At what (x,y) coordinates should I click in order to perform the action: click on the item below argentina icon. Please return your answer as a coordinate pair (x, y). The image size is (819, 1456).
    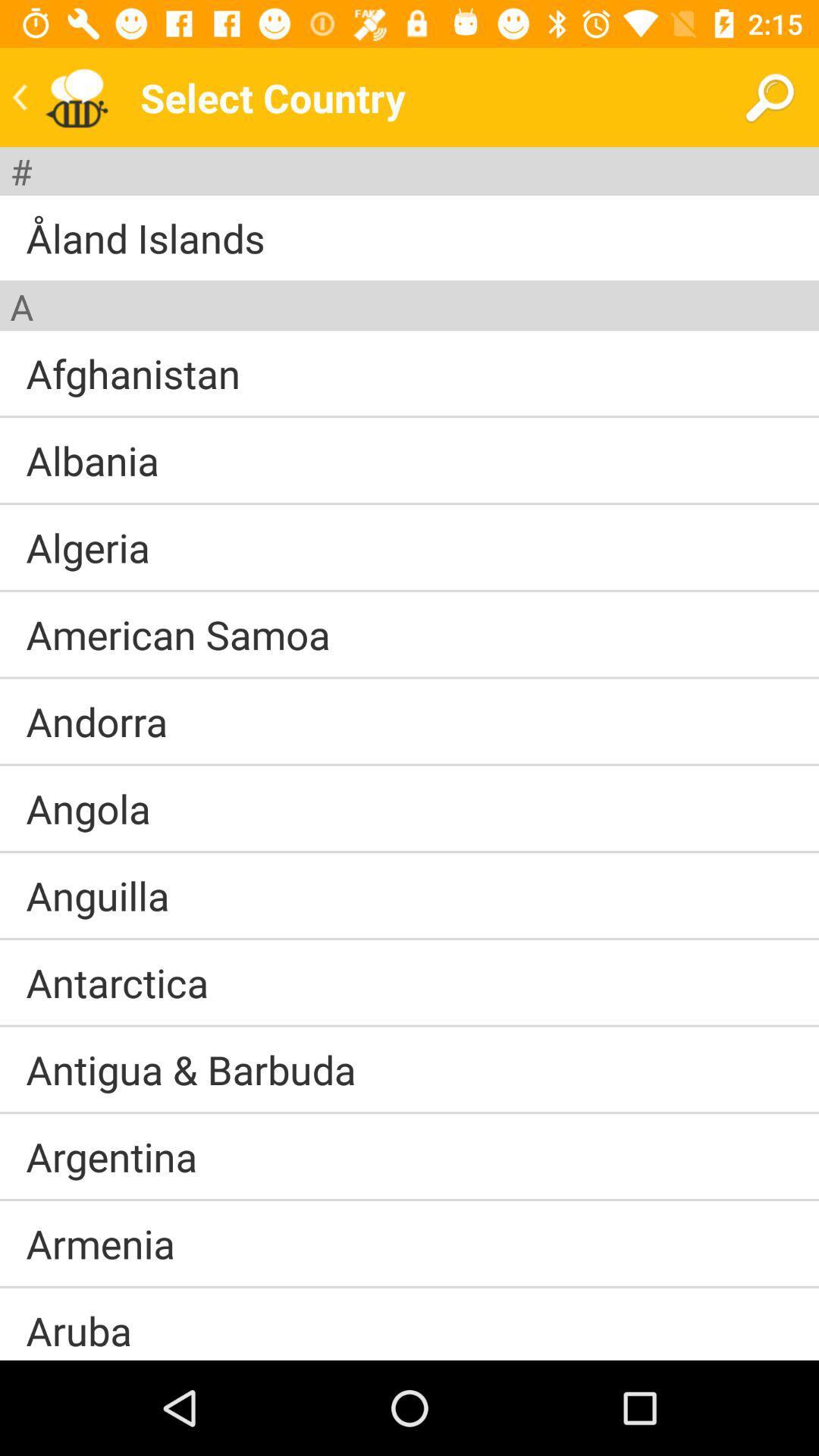
    Looking at the image, I should click on (409, 1199).